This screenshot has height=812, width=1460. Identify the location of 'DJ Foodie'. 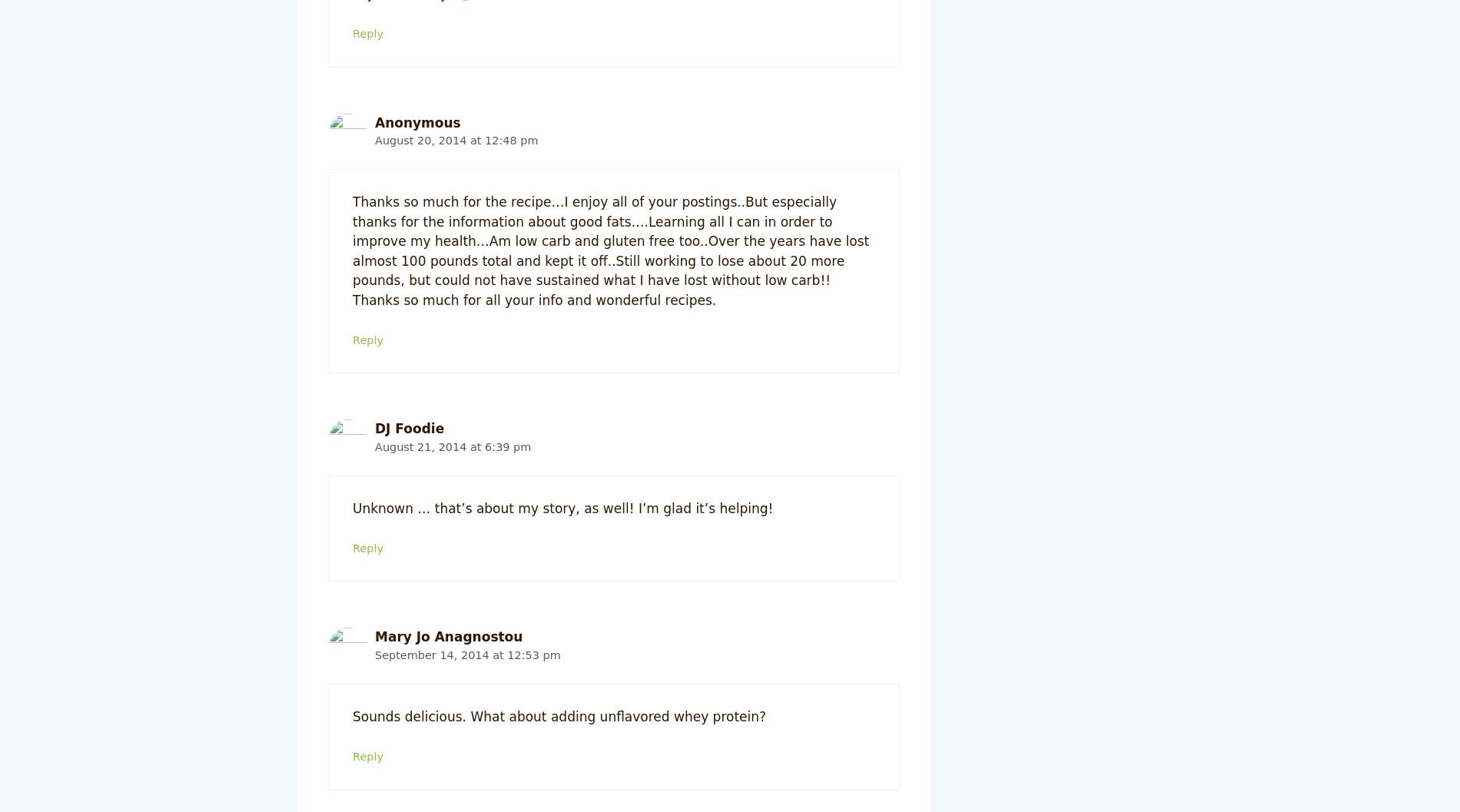
(409, 427).